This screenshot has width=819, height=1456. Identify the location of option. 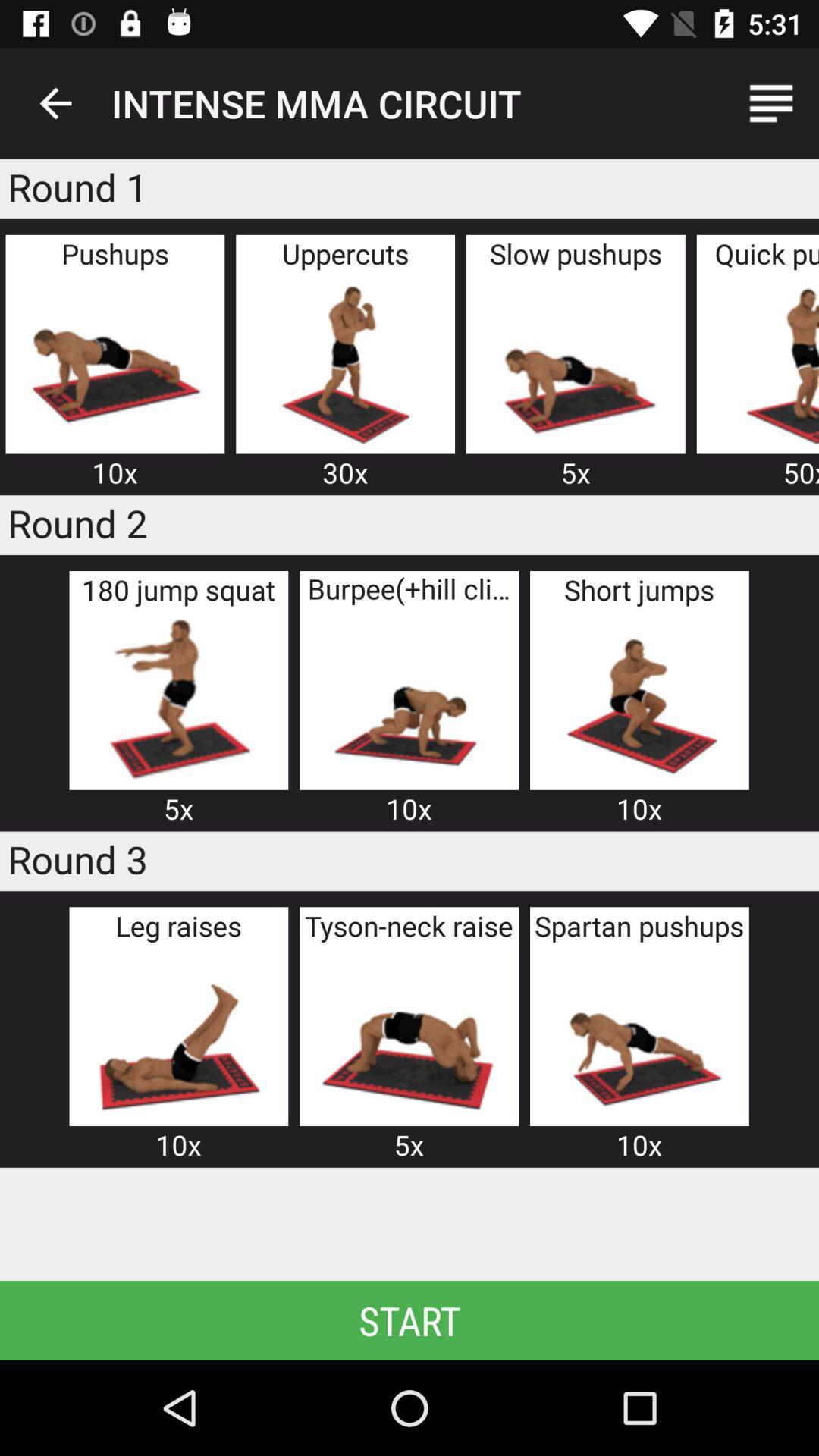
(114, 362).